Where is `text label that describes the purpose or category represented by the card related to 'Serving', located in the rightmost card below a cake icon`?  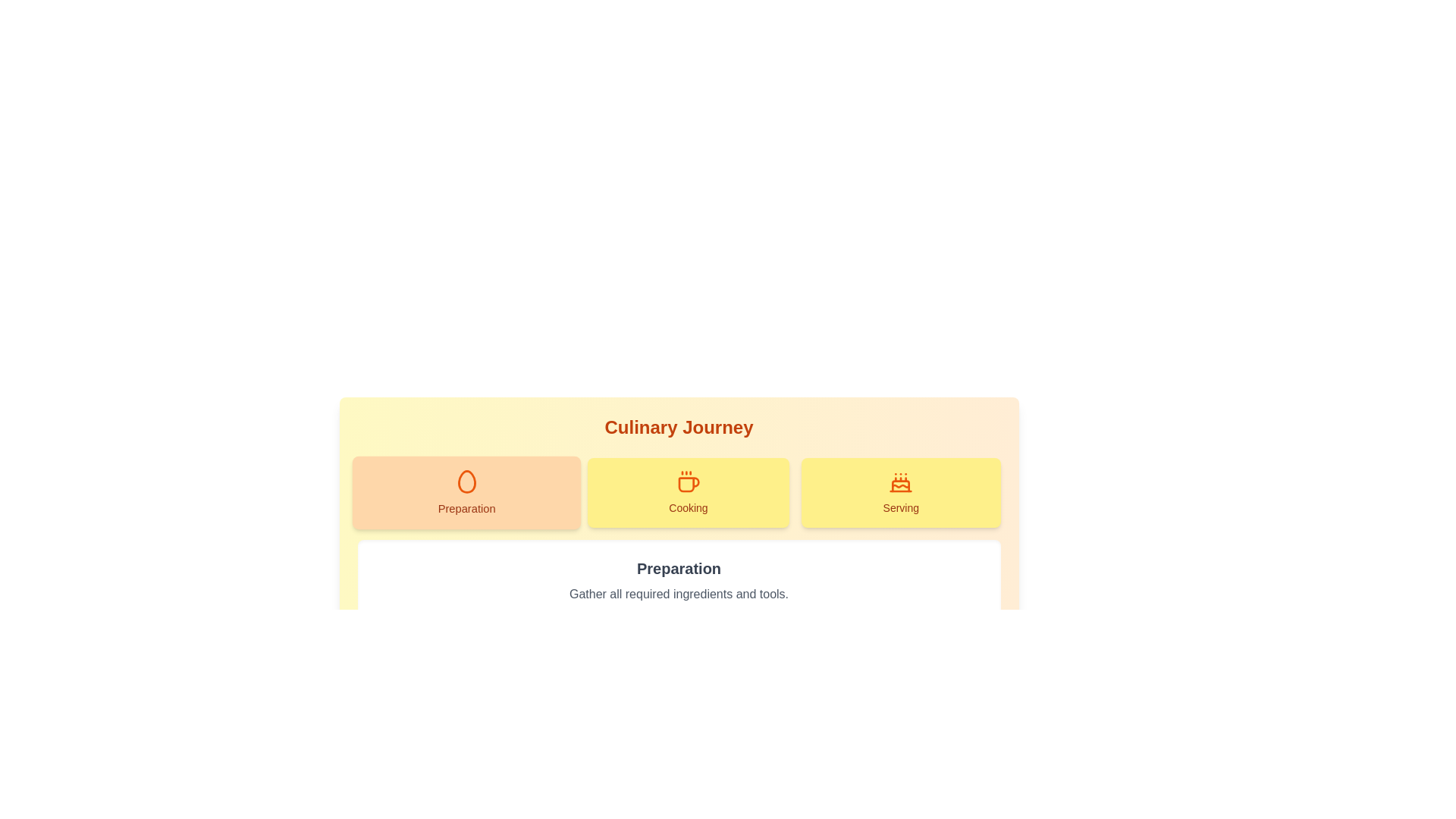
text label that describes the purpose or category represented by the card related to 'Serving', located in the rightmost card below a cake icon is located at coordinates (901, 508).